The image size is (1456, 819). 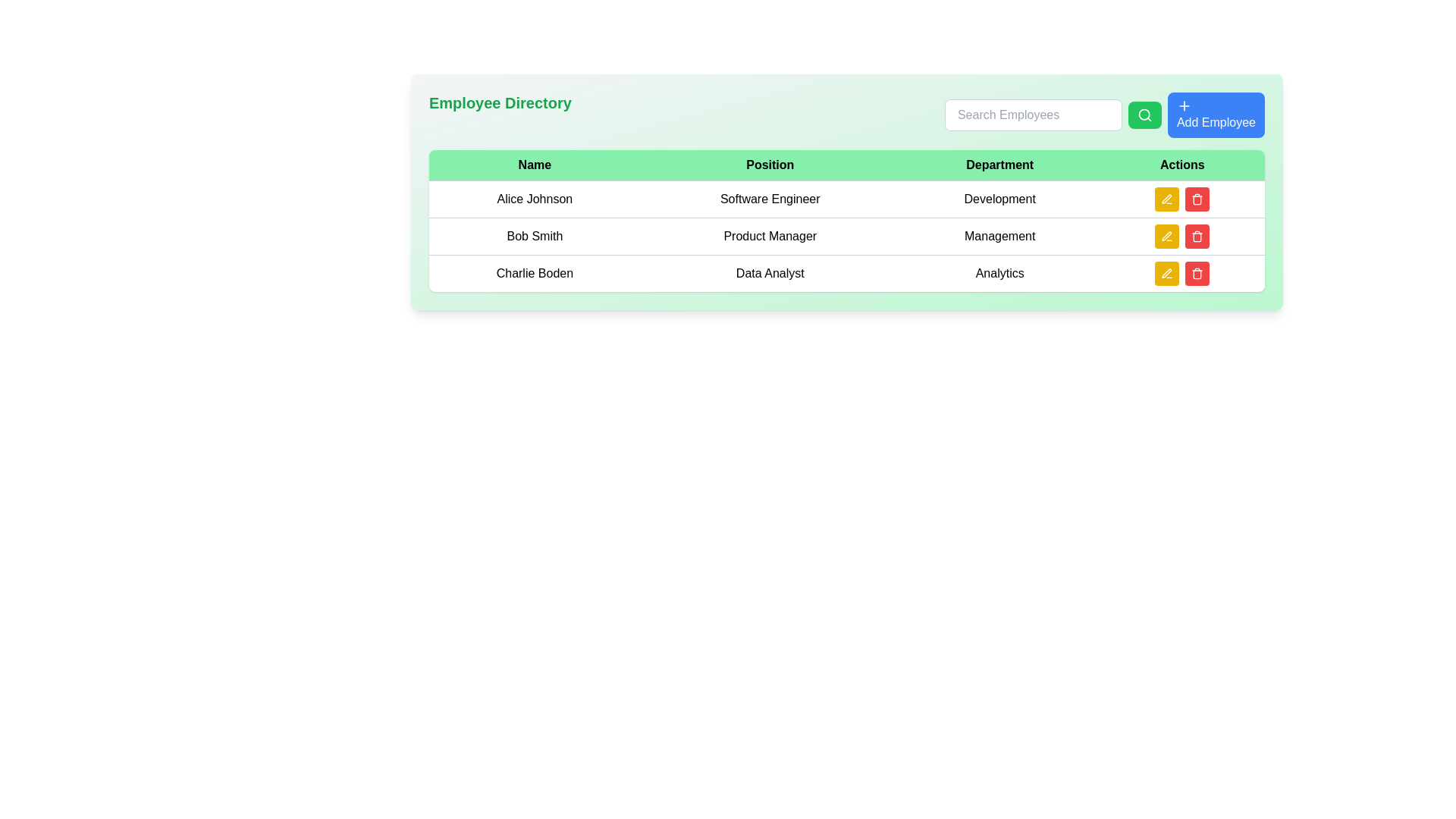 I want to click on the delete button located in the 'Actions' column of the second row of the table, so click(x=1197, y=237).